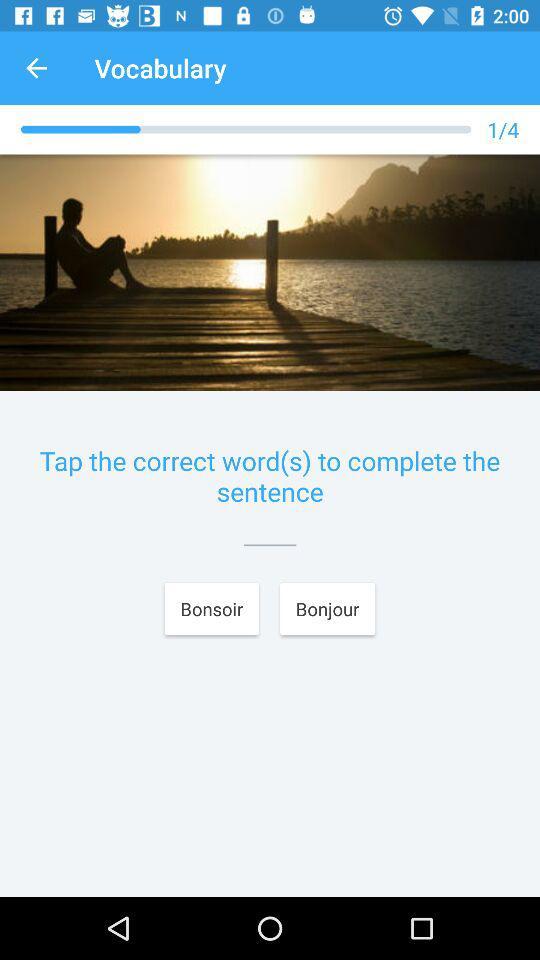 The width and height of the screenshot is (540, 960). I want to click on the app next to vocabulary app, so click(36, 68).